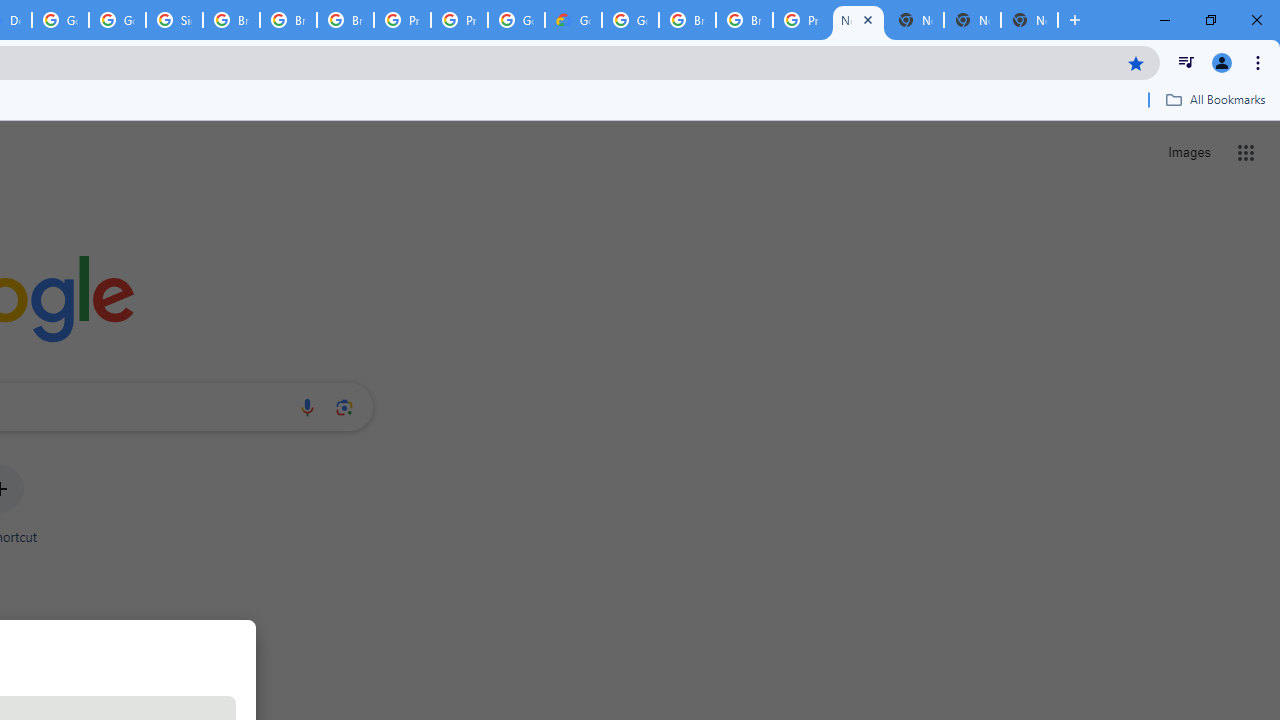 This screenshot has width=1280, height=720. Describe the element at coordinates (1214, 99) in the screenshot. I see `'All Bookmarks'` at that location.